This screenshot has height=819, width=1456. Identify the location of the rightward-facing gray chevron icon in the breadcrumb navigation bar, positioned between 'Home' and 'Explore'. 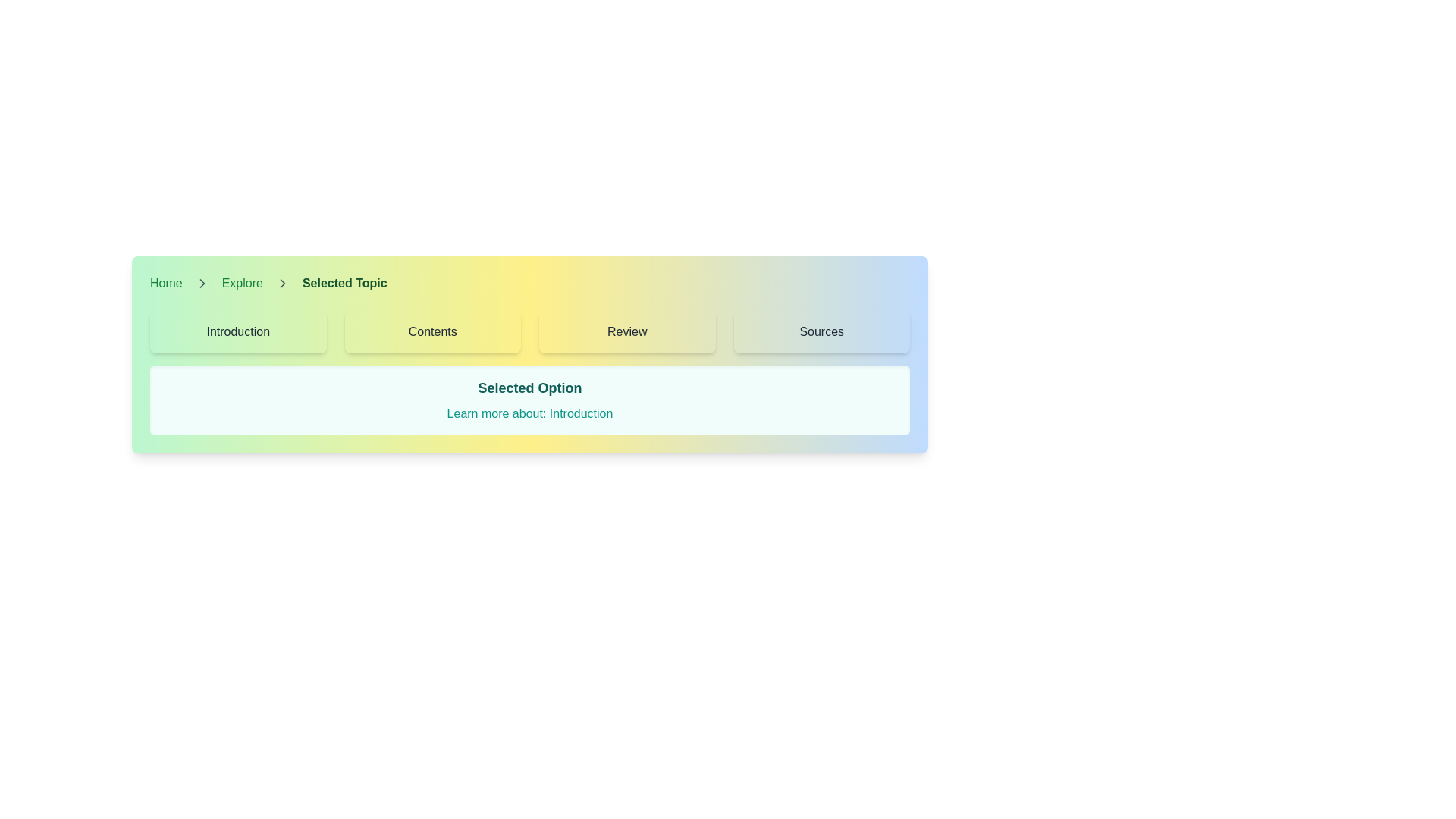
(201, 284).